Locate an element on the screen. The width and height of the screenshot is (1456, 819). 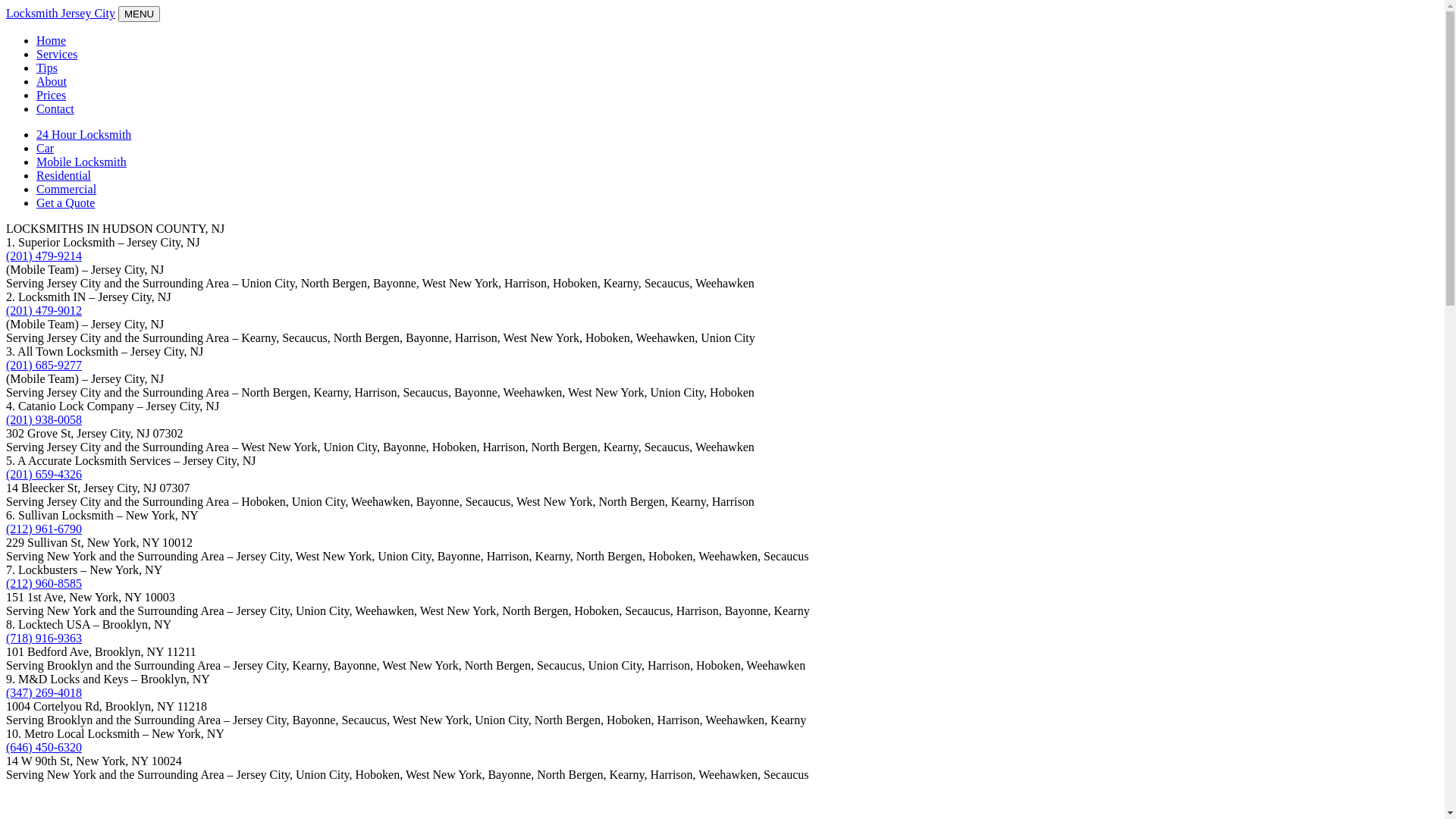
'Home' is located at coordinates (51, 39).